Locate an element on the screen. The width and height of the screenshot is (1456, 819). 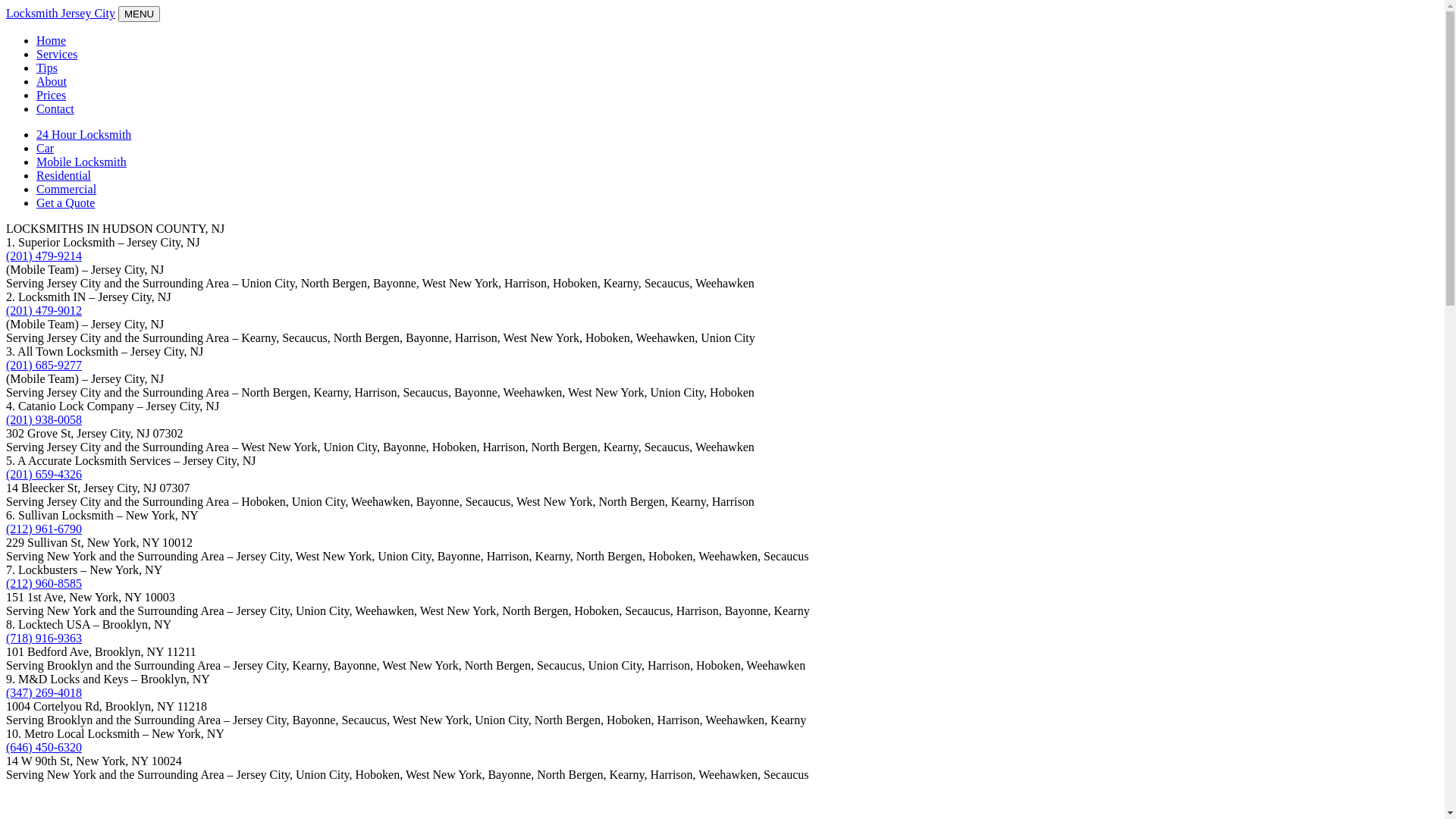
'Home' is located at coordinates (51, 39).